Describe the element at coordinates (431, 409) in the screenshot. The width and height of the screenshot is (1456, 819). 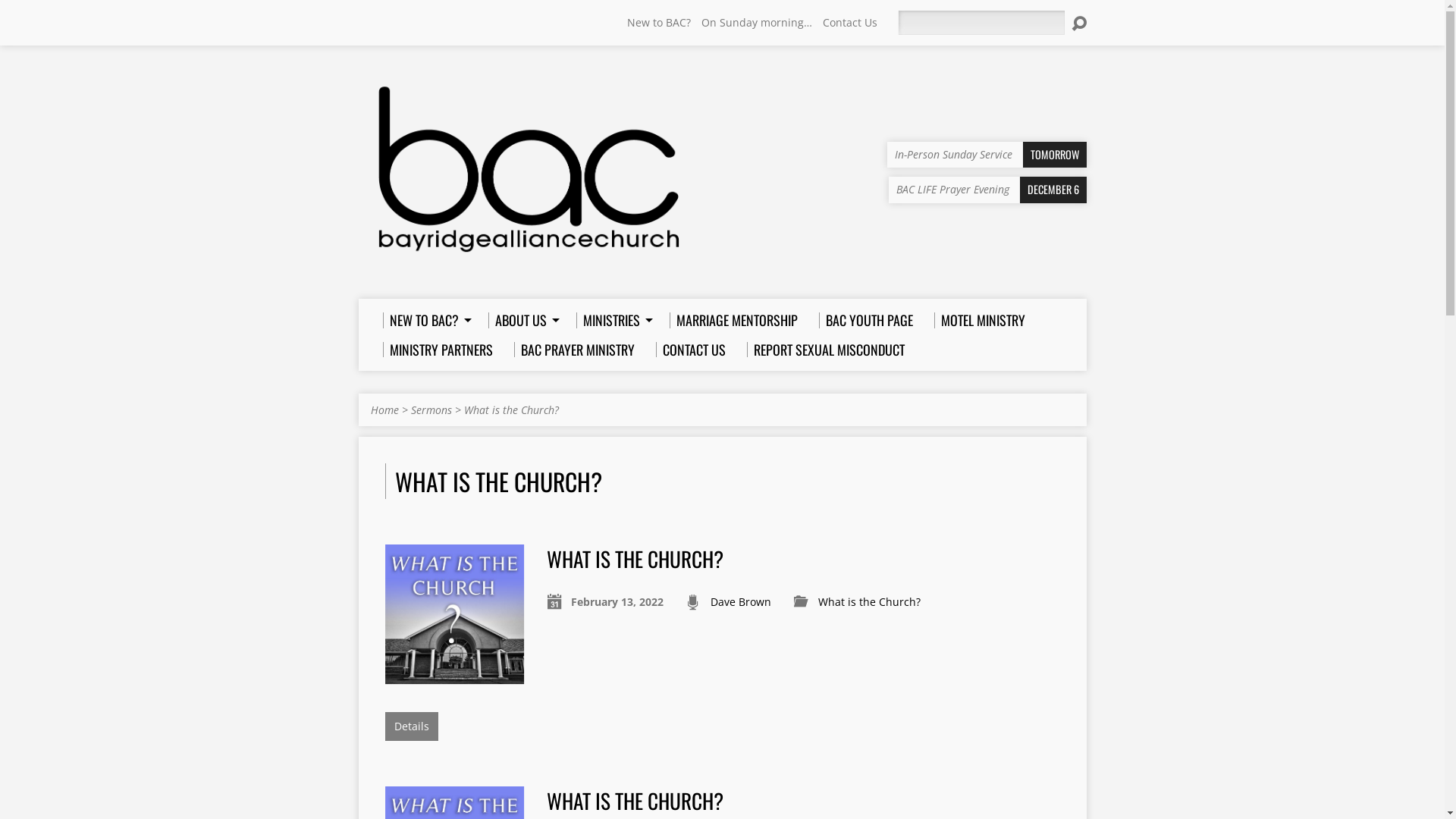
I see `'Sermons'` at that location.